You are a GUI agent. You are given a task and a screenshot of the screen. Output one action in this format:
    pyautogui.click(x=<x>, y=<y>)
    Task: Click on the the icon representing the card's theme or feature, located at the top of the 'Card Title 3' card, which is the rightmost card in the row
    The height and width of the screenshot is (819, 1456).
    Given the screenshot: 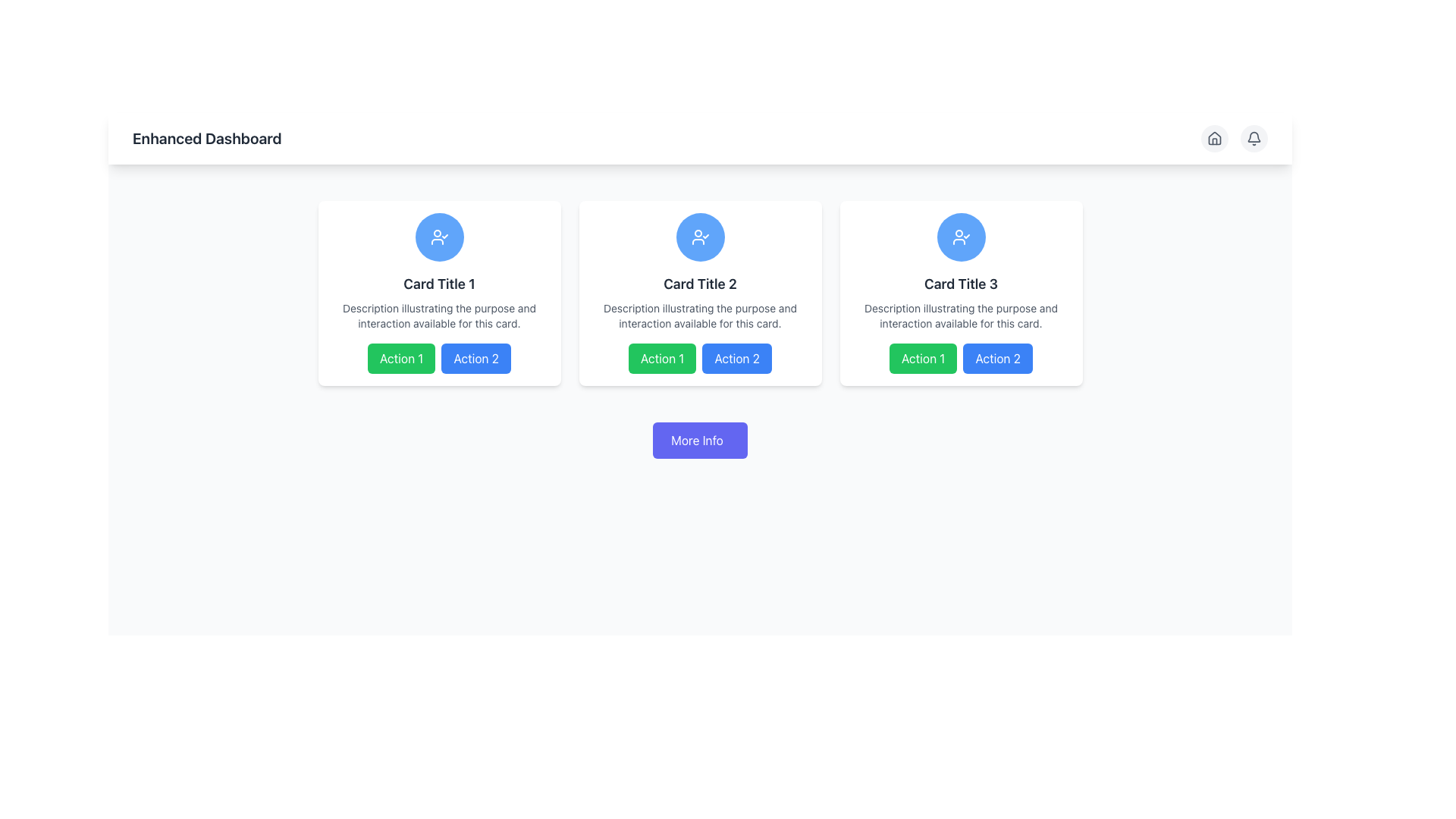 What is the action you would take?
    pyautogui.click(x=960, y=237)
    